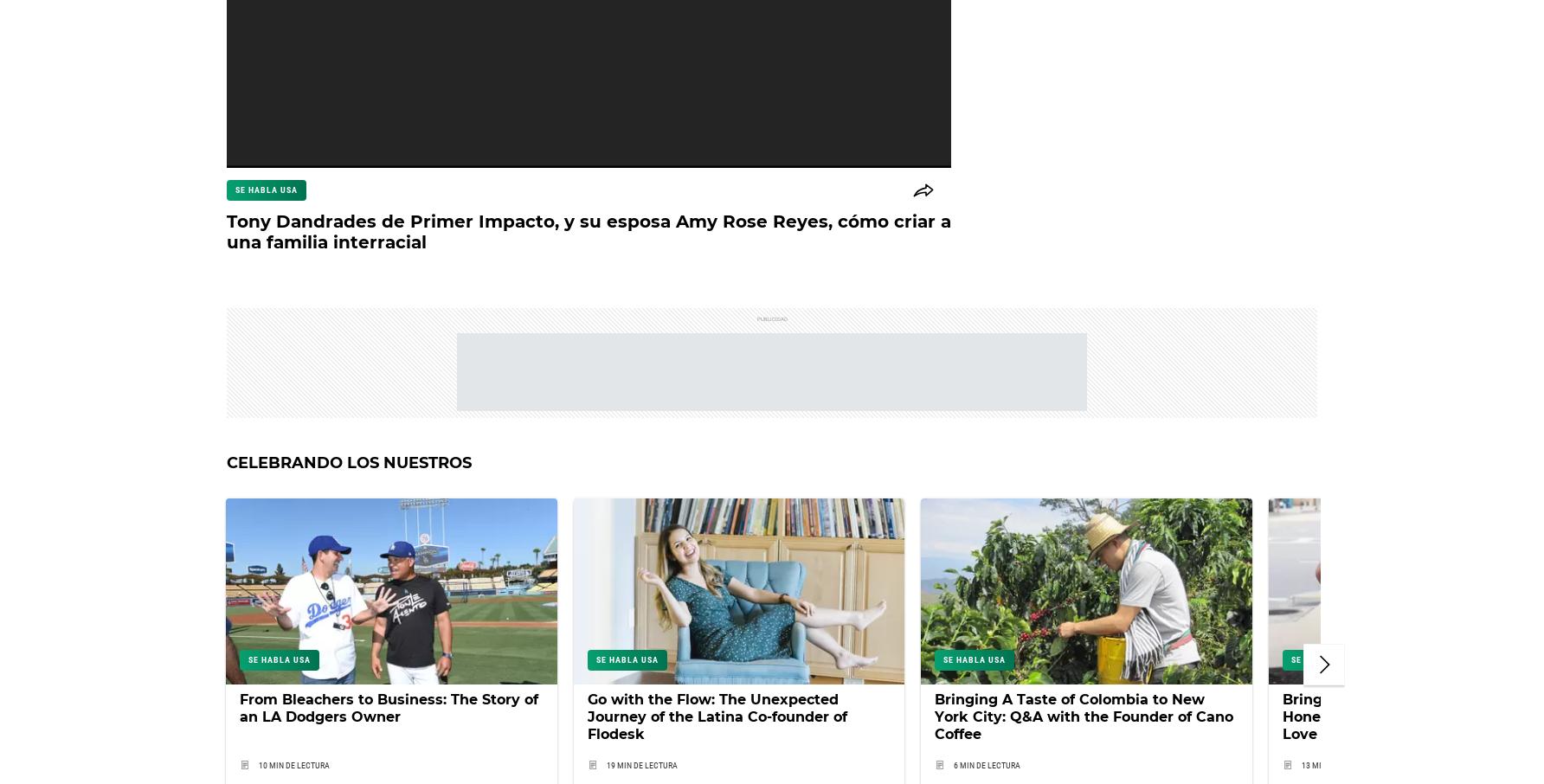 This screenshot has height=784, width=1544. What do you see at coordinates (1335, 765) in the screenshot?
I see `'13 min de lectura'` at bounding box center [1335, 765].